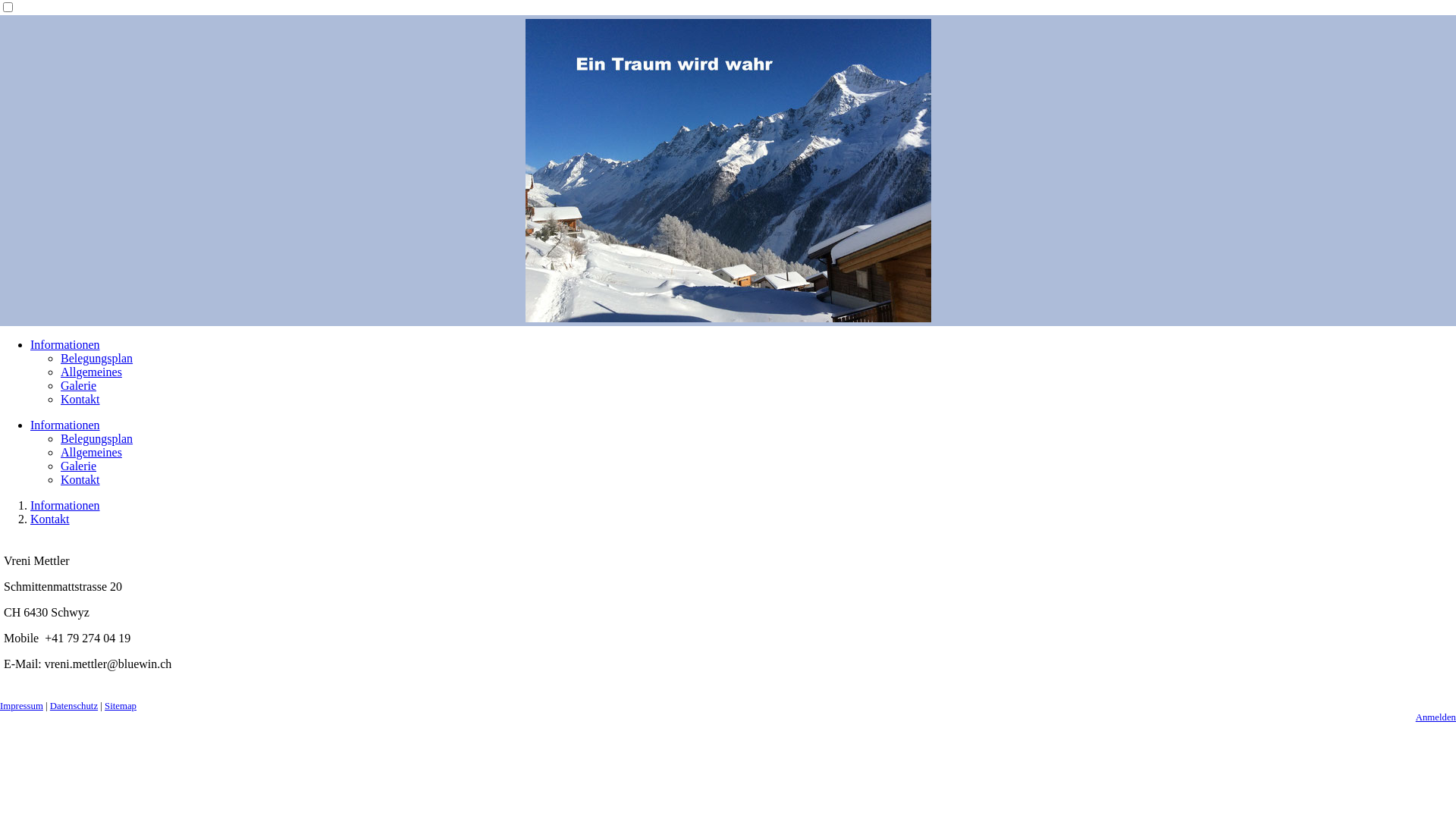  What do you see at coordinates (21, 705) in the screenshot?
I see `'Impressum'` at bounding box center [21, 705].